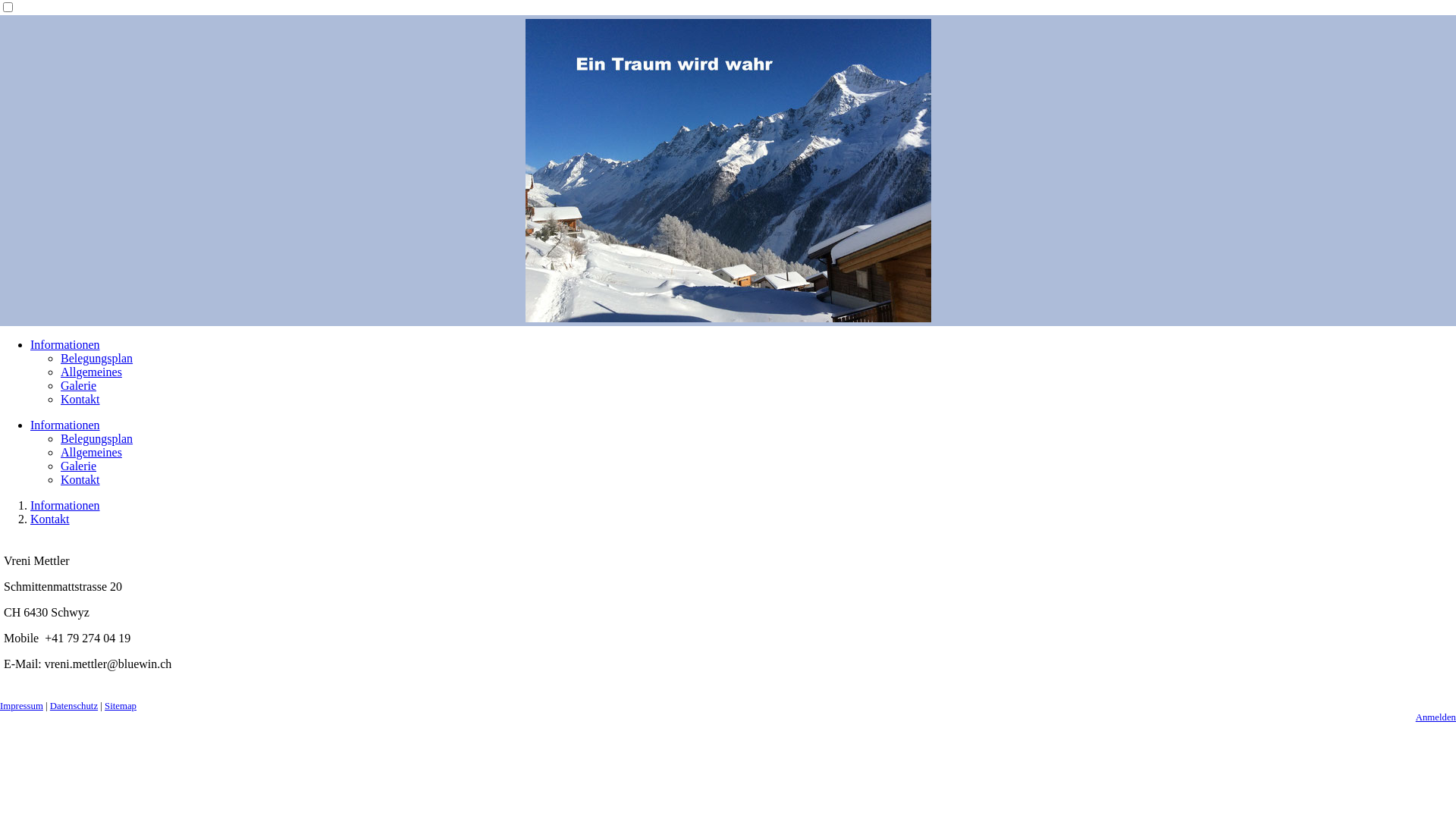  What do you see at coordinates (21, 705) in the screenshot?
I see `'Impressum'` at bounding box center [21, 705].